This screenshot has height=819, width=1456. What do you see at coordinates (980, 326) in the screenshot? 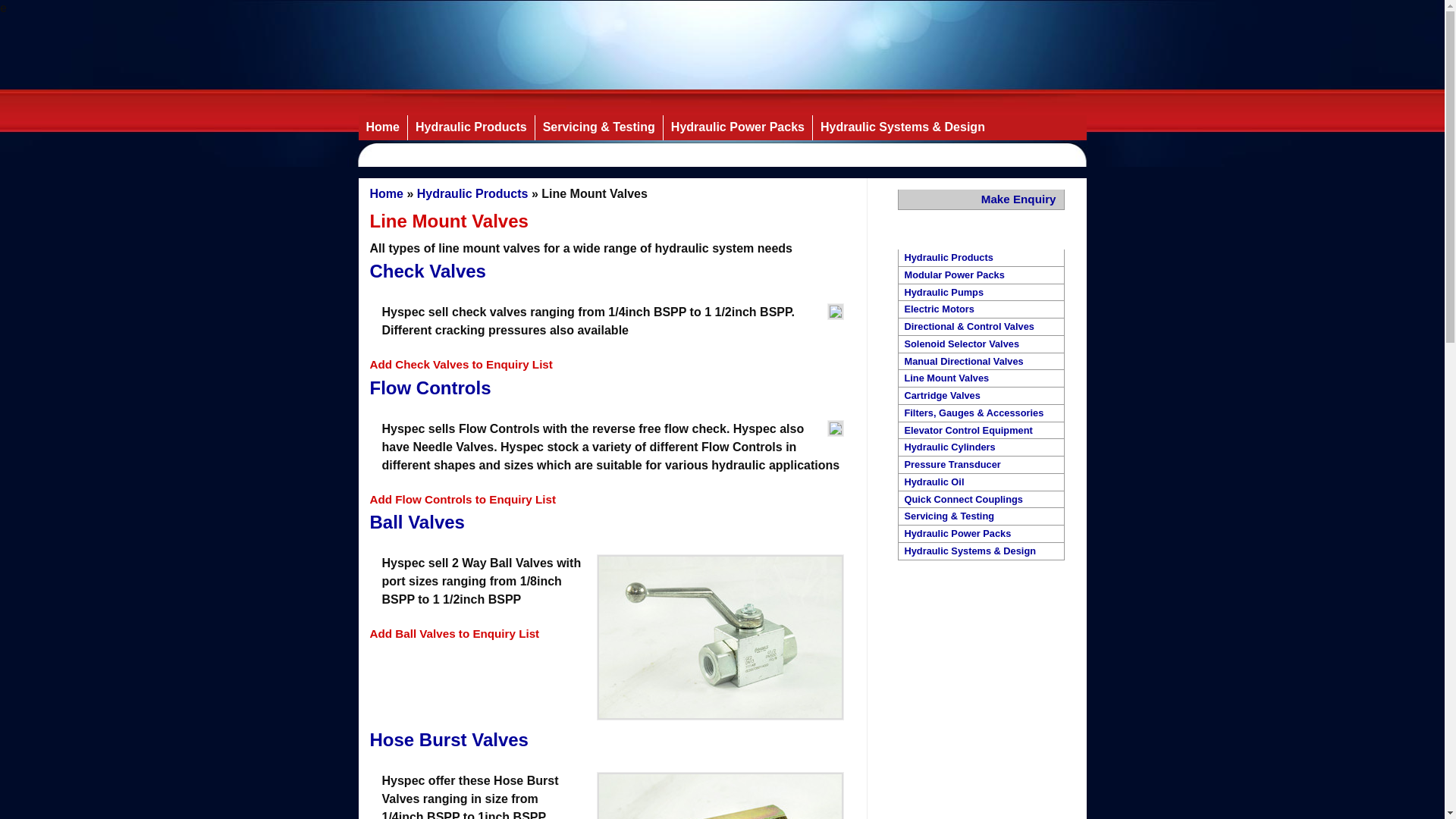
I see `'Directional & Control Valves'` at bounding box center [980, 326].